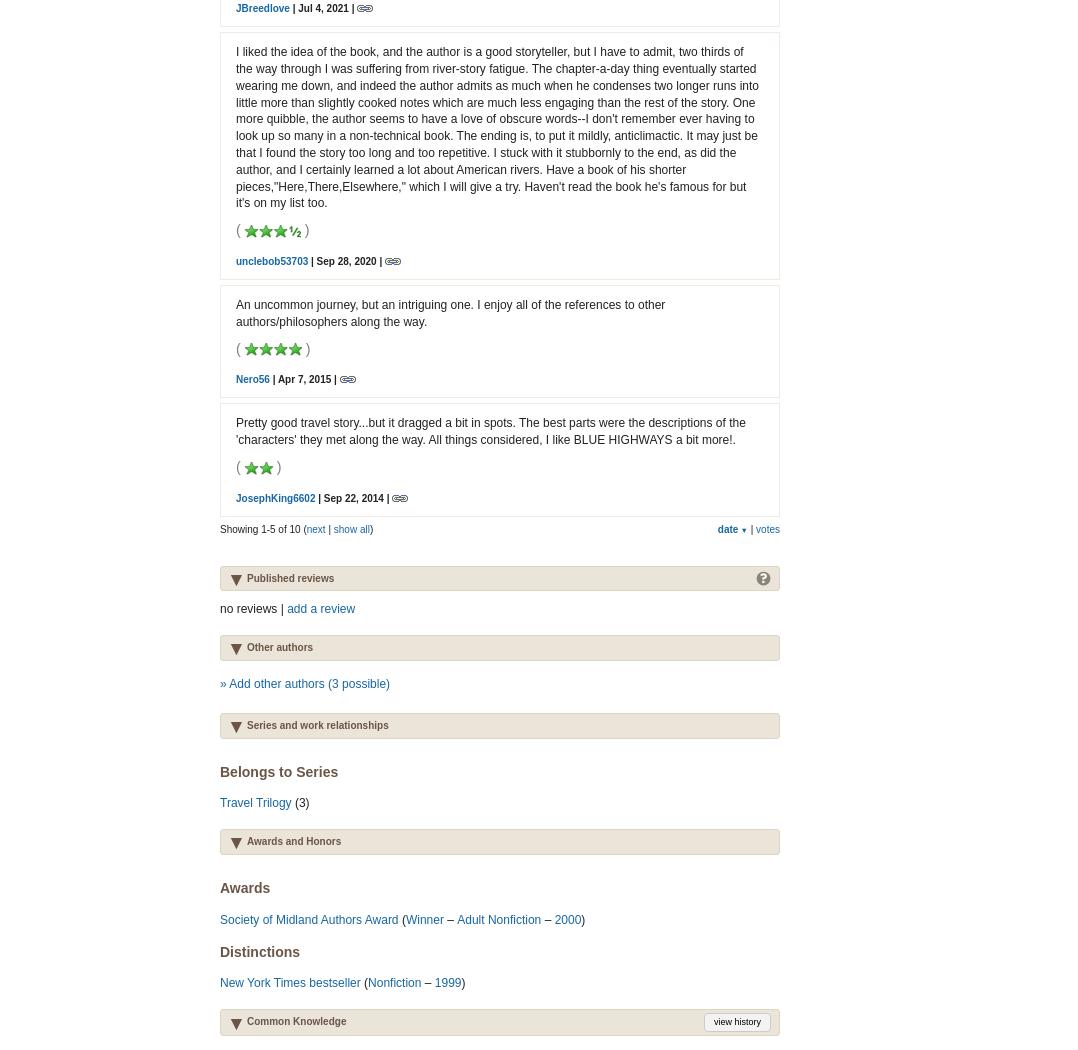 Image resolution: width=1078 pixels, height=1050 pixels. Describe the element at coordinates (261, 8) in the screenshot. I see `'JBreedlove'` at that location.